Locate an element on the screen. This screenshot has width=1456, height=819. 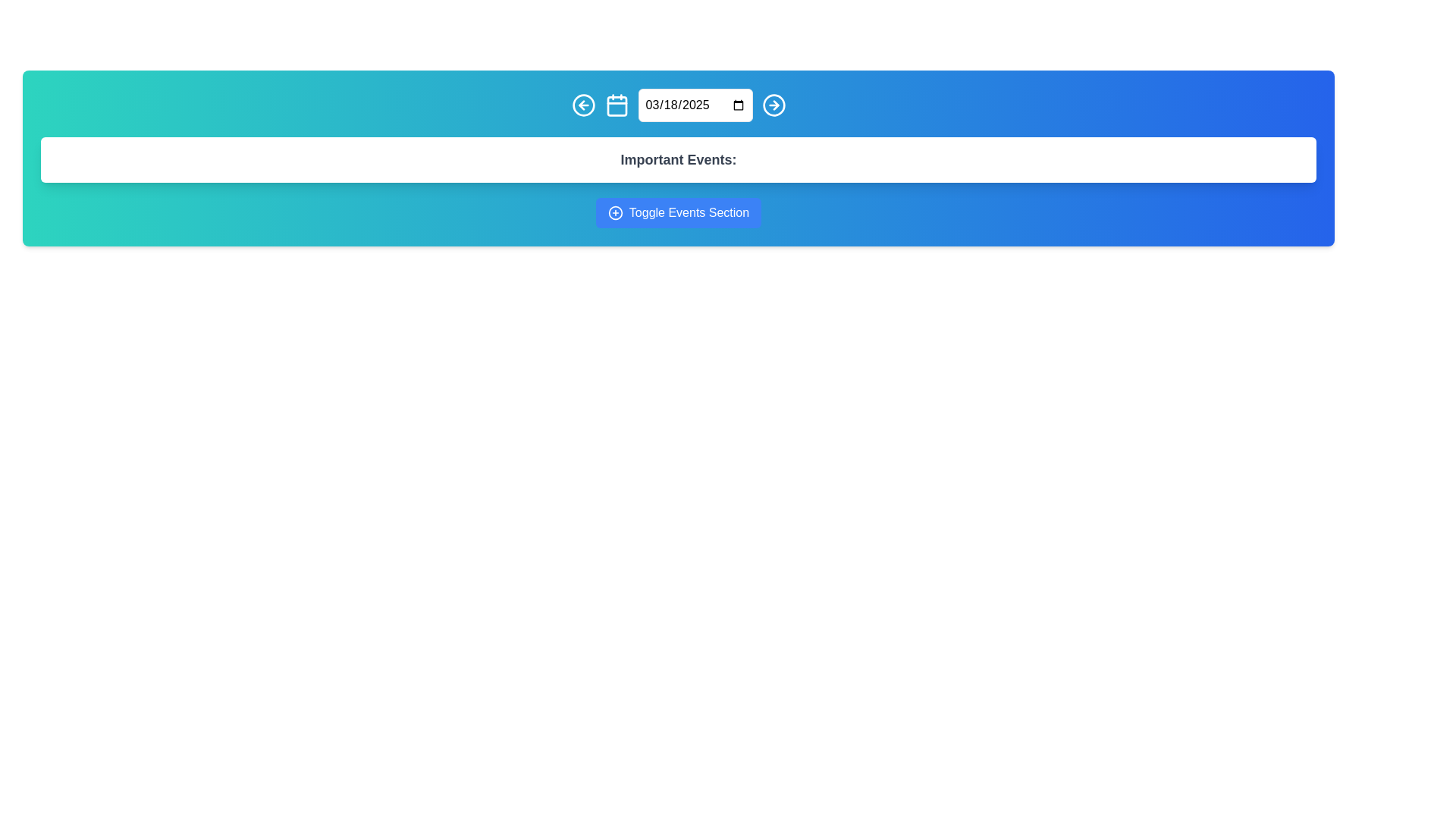
the toggle button labeled 'Toggle Events Section' is located at coordinates (615, 213).